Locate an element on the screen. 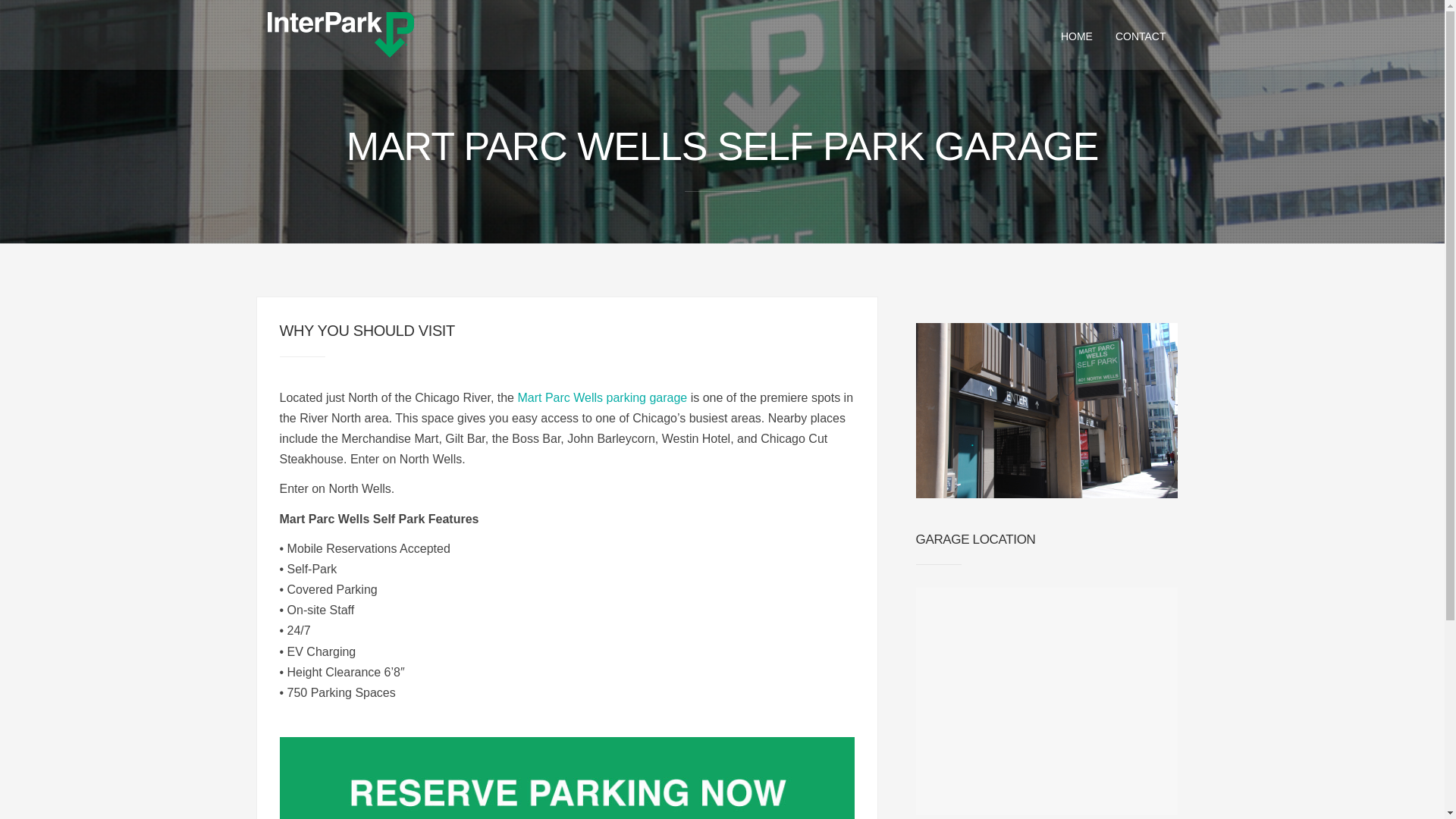 This screenshot has height=819, width=1456. 'CONTACT' is located at coordinates (1141, 34).